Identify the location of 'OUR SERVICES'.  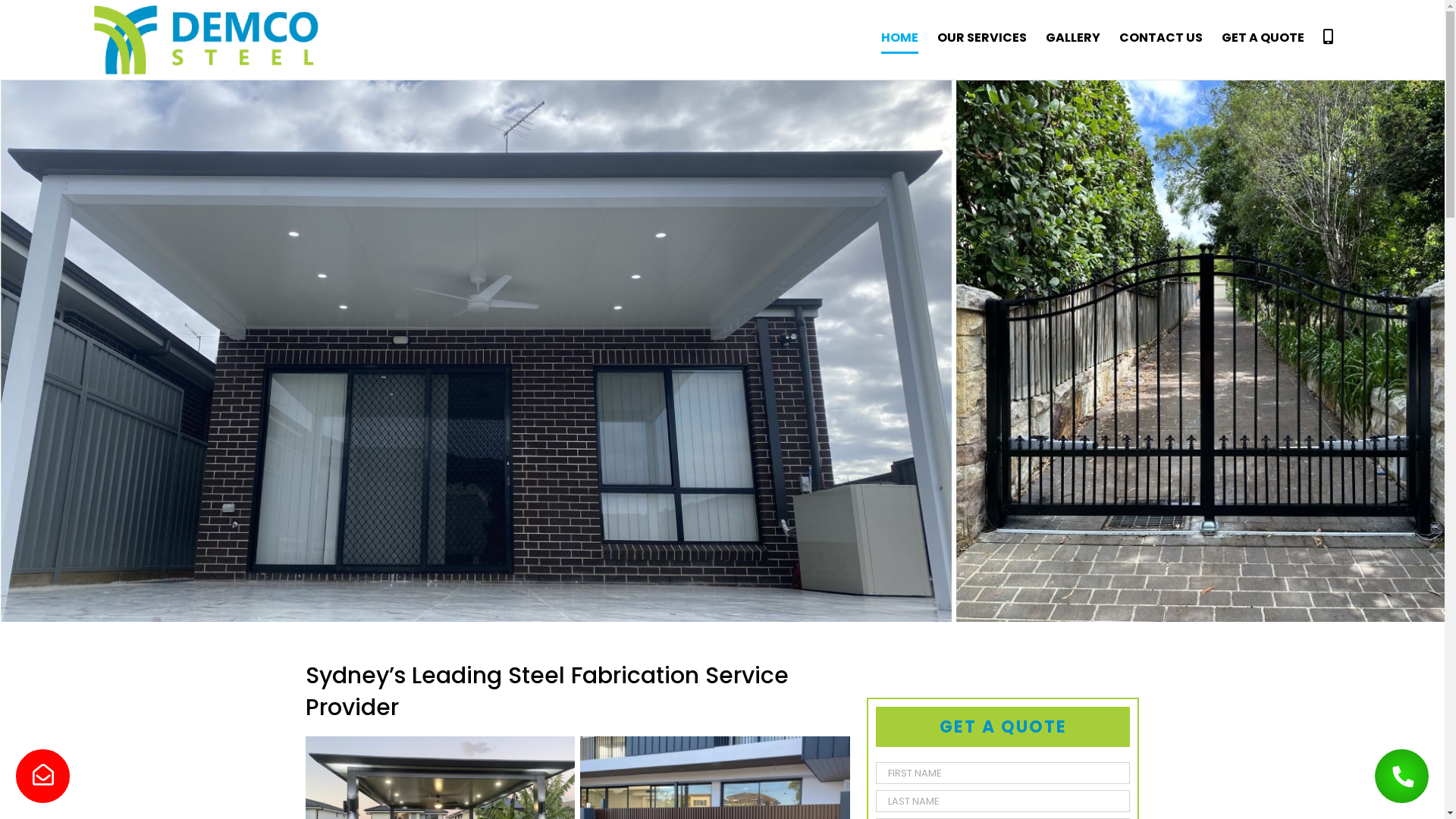
(937, 37).